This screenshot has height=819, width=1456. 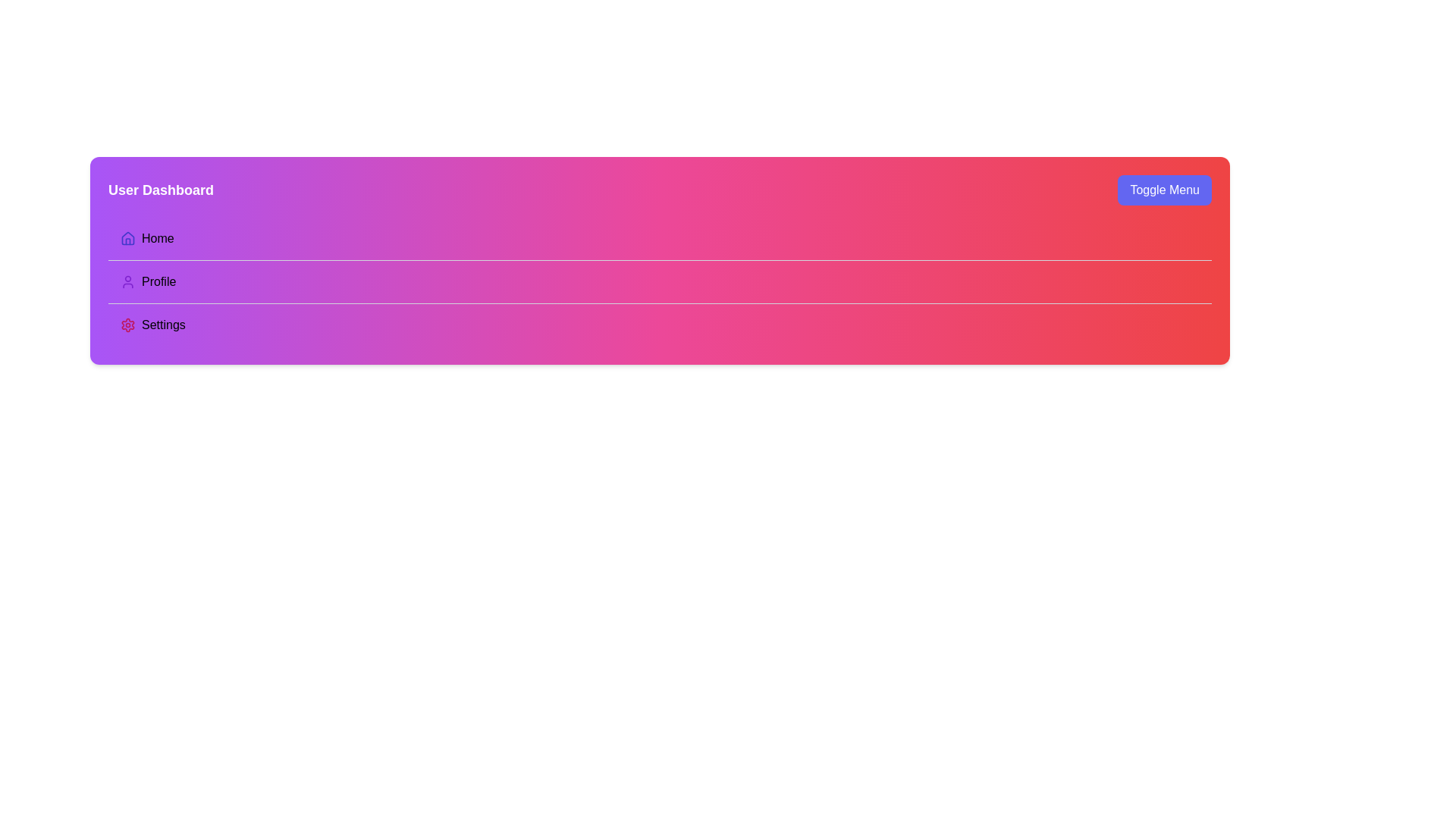 What do you see at coordinates (660, 281) in the screenshot?
I see `the 'Profile' navigational button within the menu for keyboard interaction` at bounding box center [660, 281].